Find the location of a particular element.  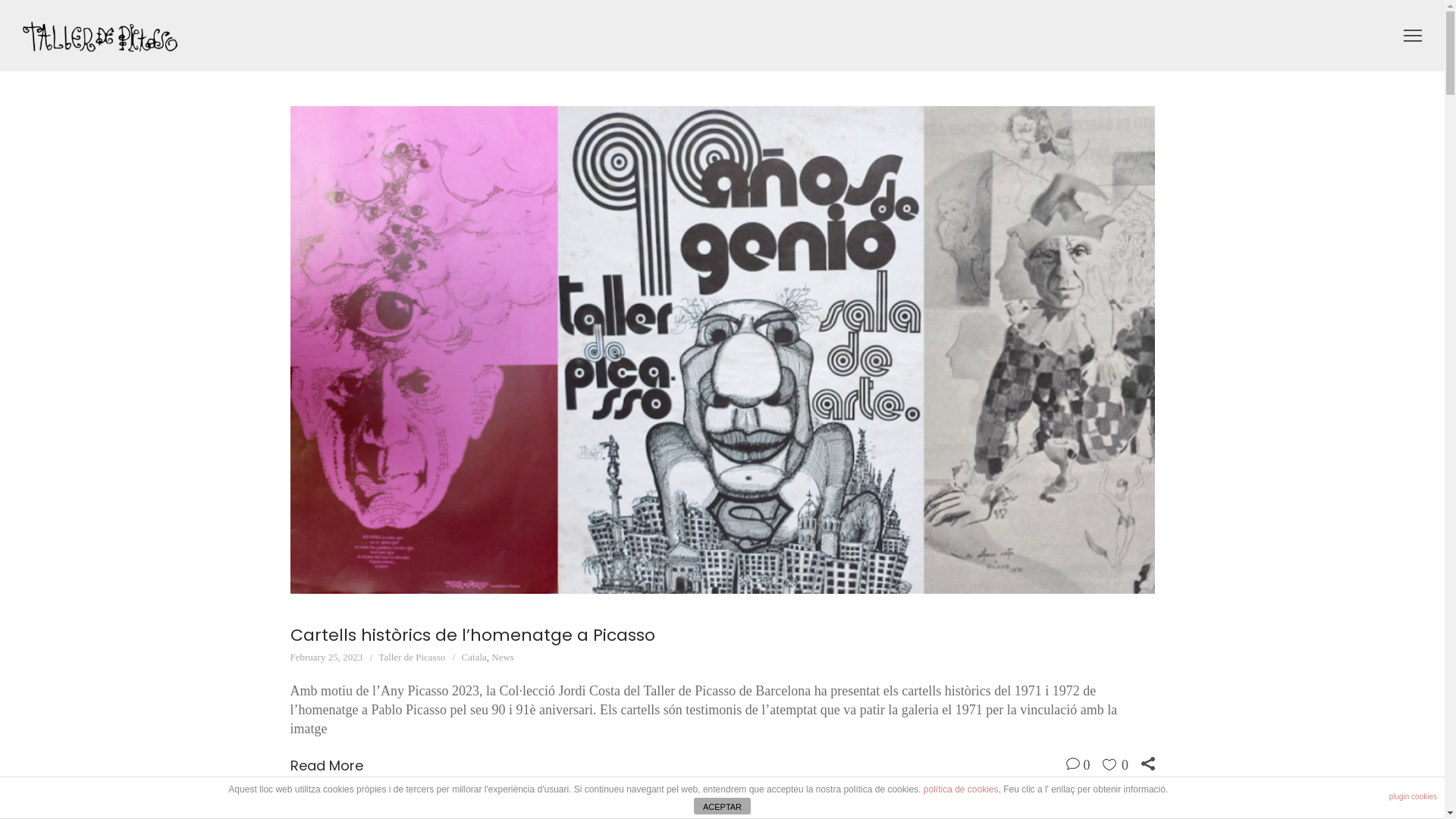

'February 25, 2023' is located at coordinates (325, 656).